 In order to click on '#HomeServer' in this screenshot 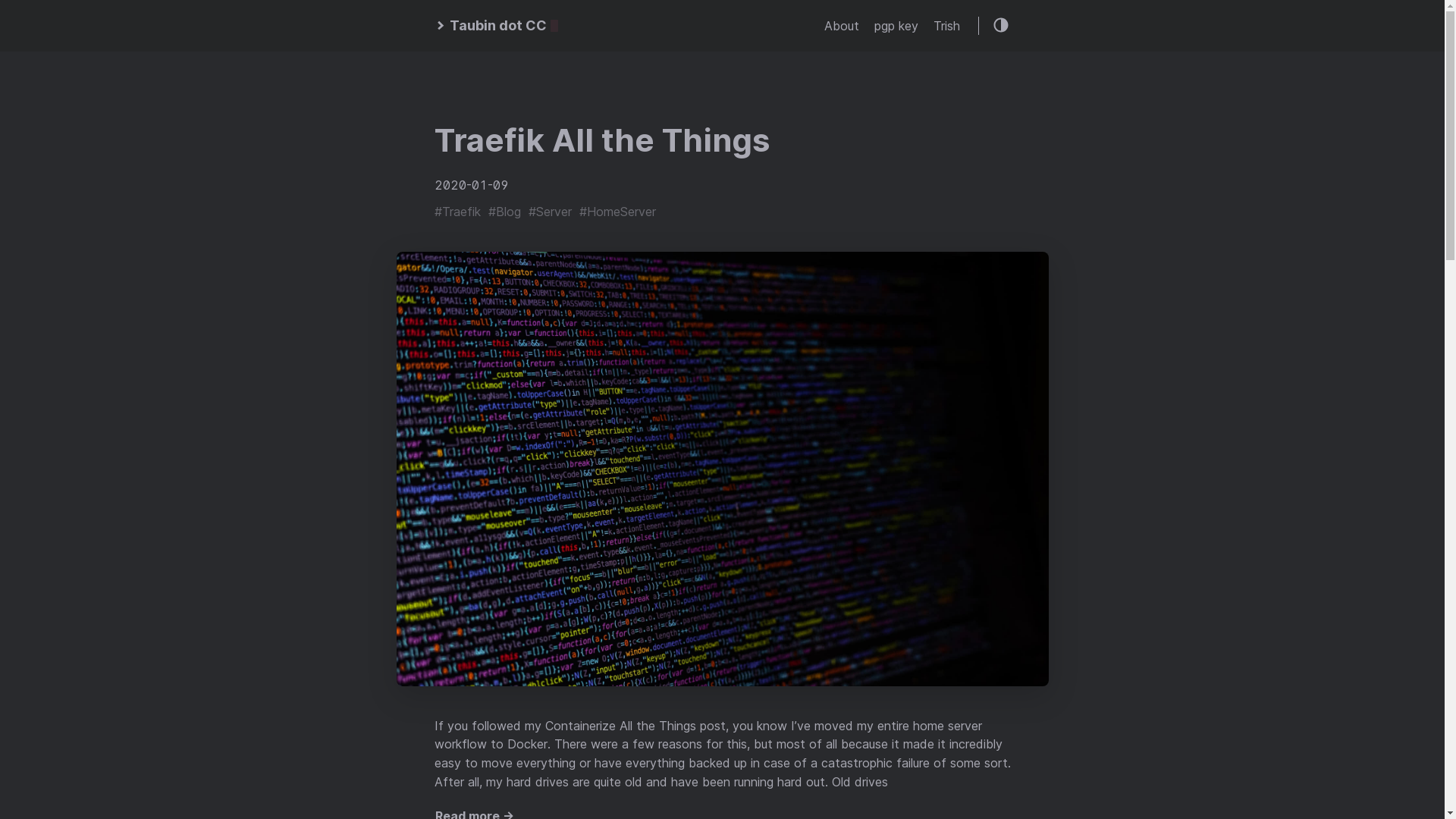, I will do `click(578, 211)`.